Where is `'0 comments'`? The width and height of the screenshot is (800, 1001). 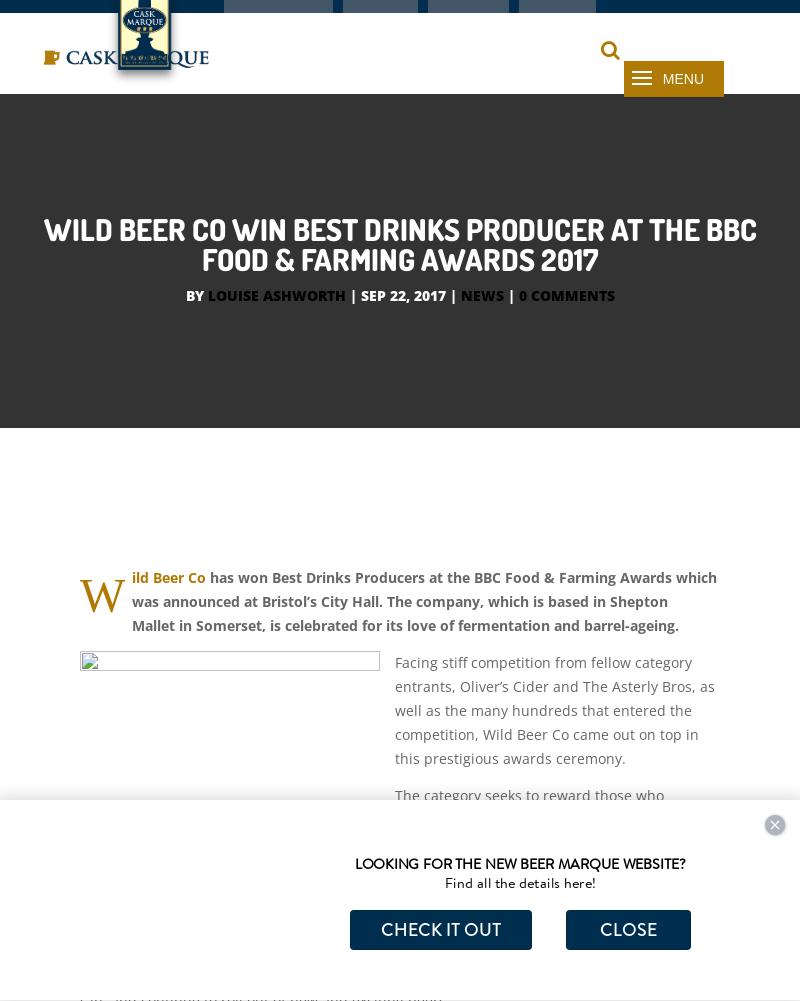
'0 comments' is located at coordinates (566, 339).